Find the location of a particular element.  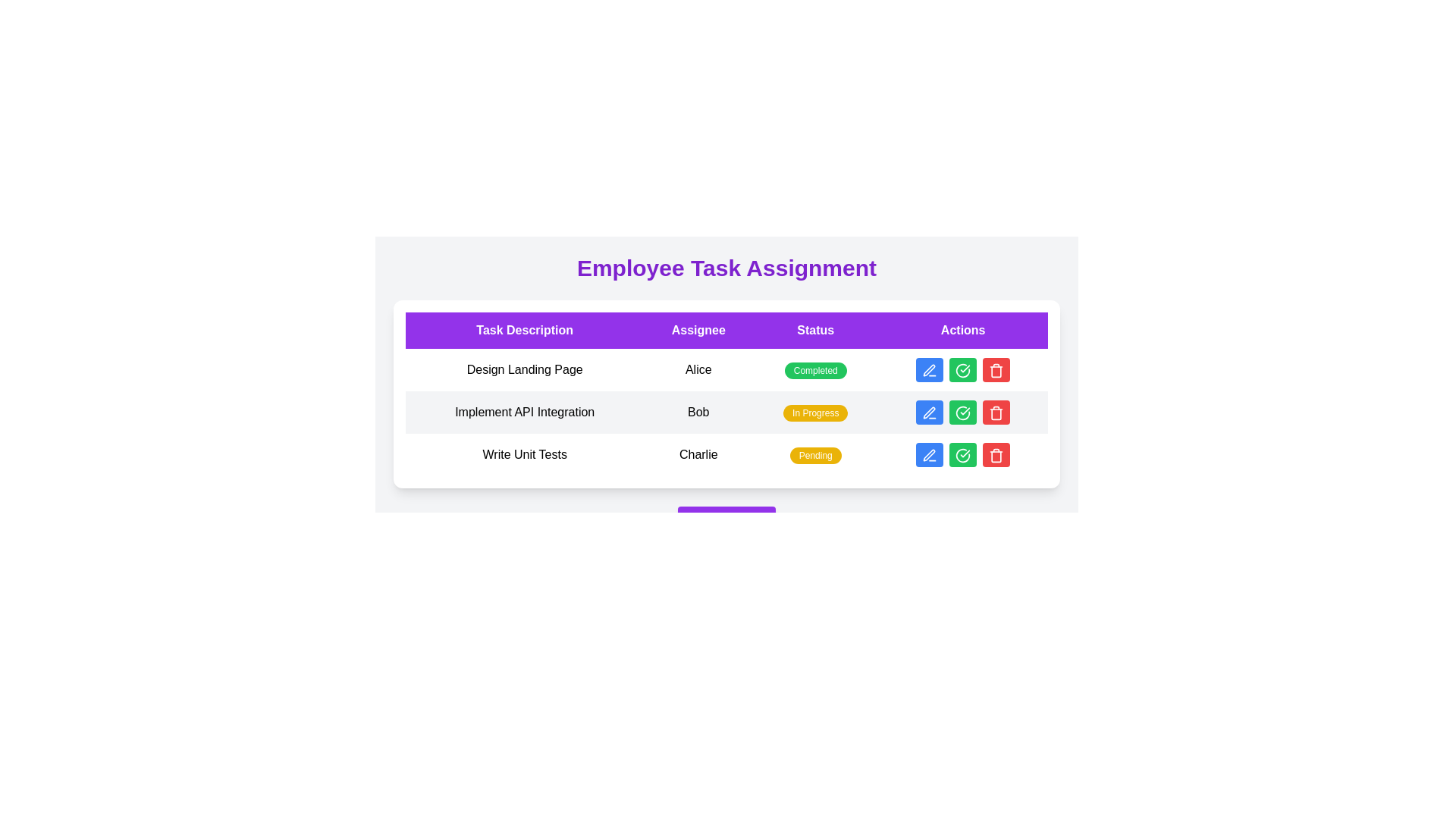

the green button with a checkmark icon located in the 'Actions' column of the last row in the task table is located at coordinates (962, 454).